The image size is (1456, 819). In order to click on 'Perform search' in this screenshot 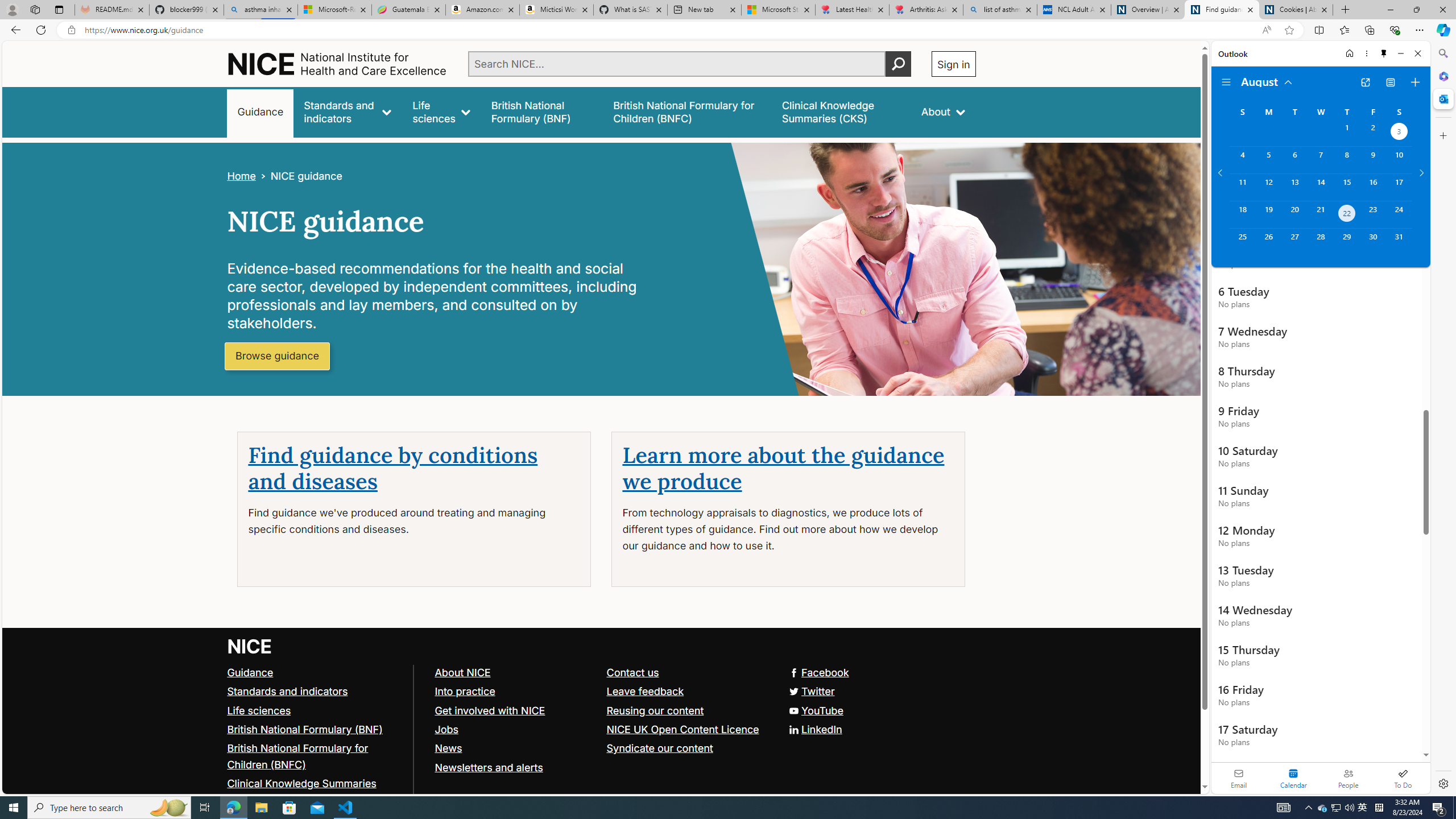, I will do `click(897, 63)`.